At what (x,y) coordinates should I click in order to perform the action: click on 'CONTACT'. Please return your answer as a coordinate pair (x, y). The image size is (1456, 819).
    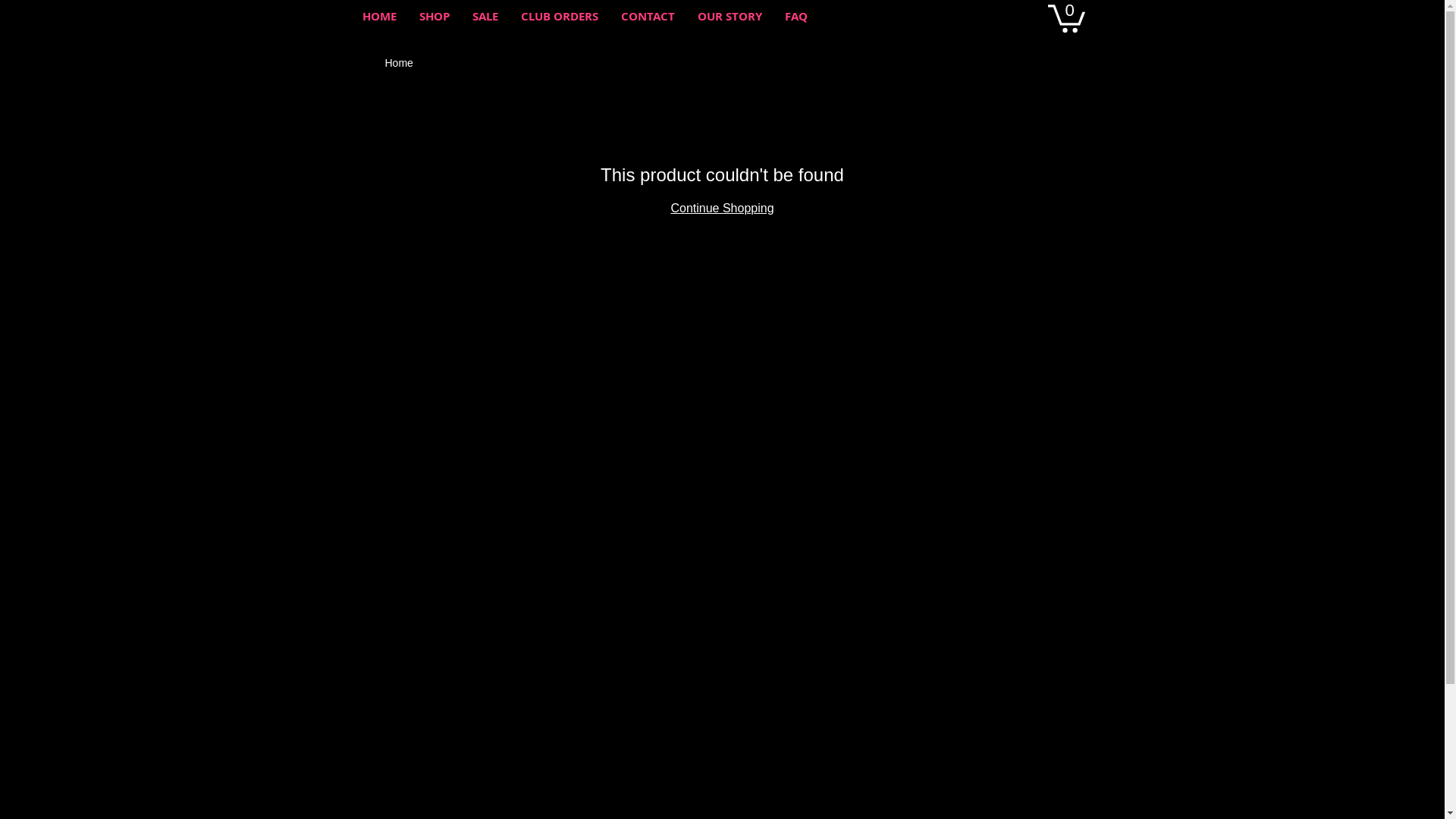
    Looking at the image, I should click on (648, 17).